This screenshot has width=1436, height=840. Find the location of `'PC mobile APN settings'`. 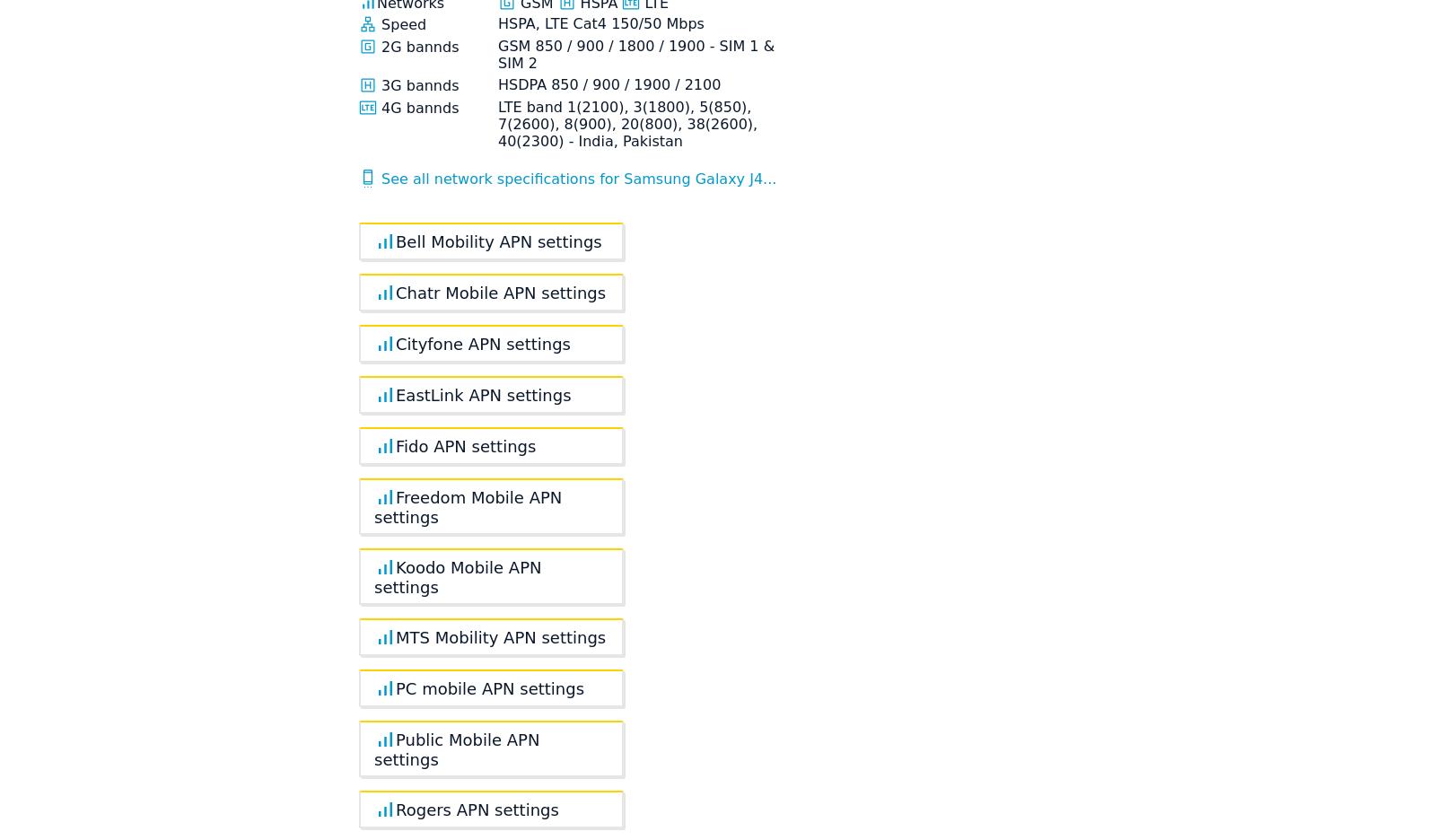

'PC mobile APN settings' is located at coordinates (488, 688).